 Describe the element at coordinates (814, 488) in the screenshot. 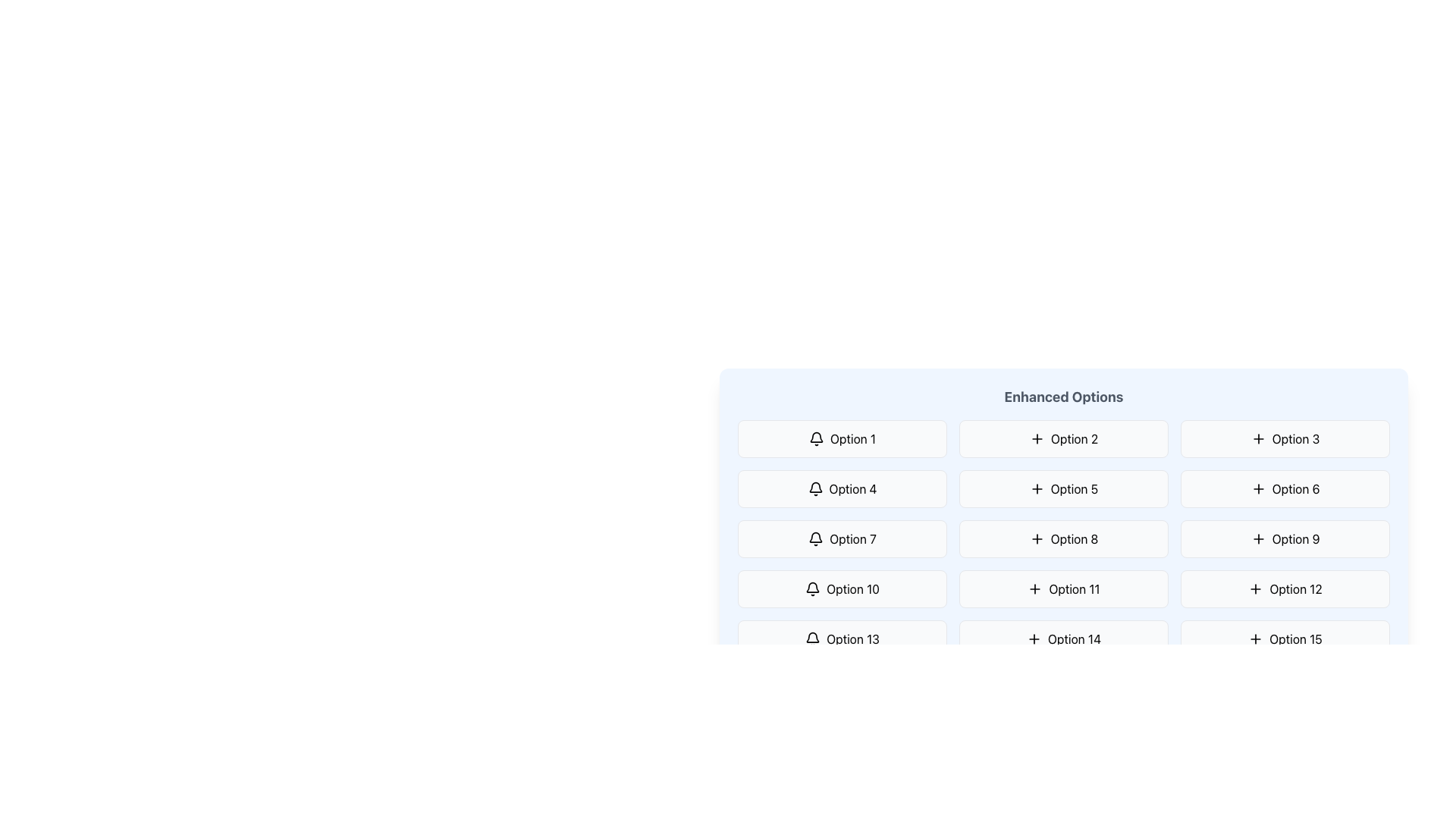

I see `the bell icon located on the left side of the 'Option 4' button in the grid layout` at that location.